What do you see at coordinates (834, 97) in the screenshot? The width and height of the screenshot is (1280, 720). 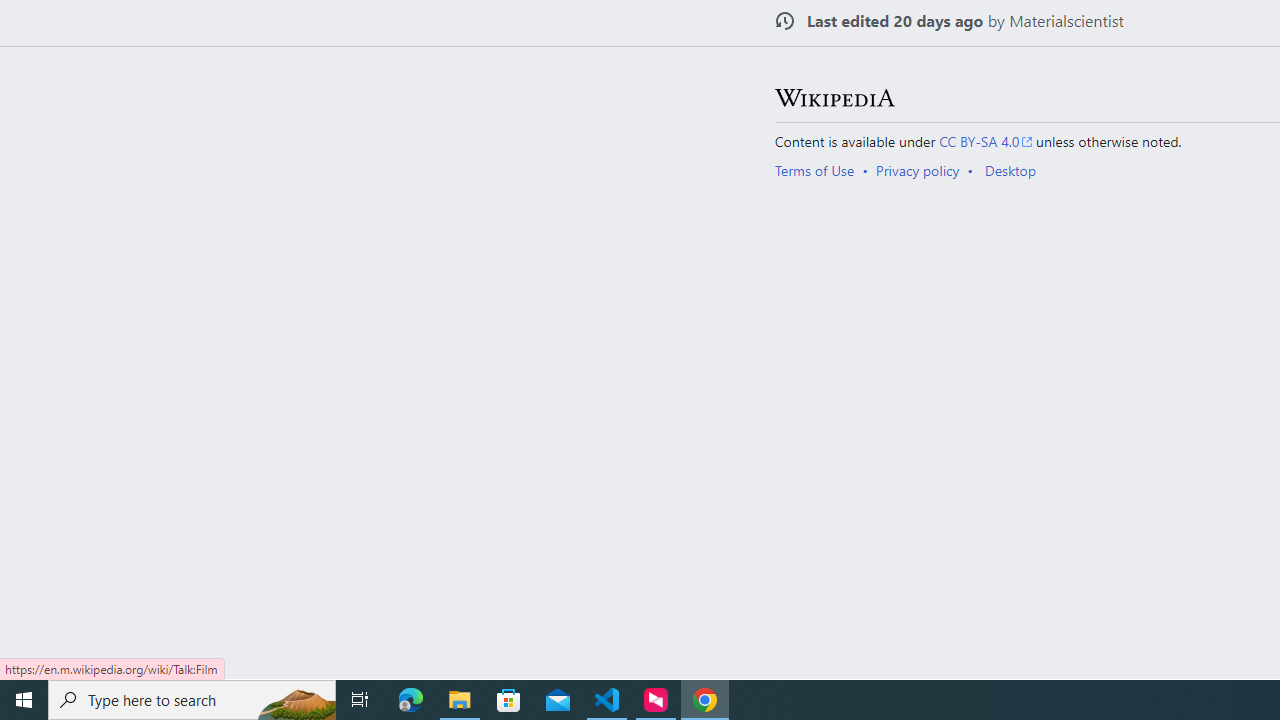 I see `'Wikipedia'` at bounding box center [834, 97].